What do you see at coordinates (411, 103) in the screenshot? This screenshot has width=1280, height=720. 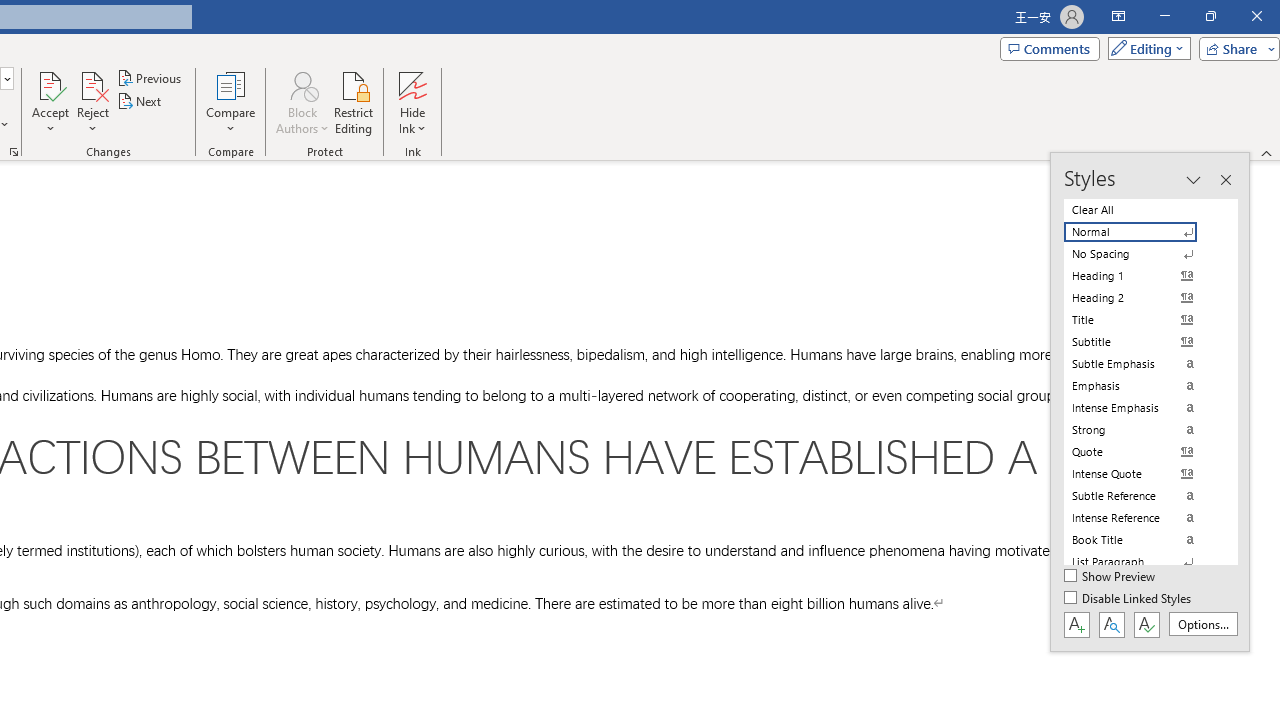 I see `'Hide Ink'` at bounding box center [411, 103].